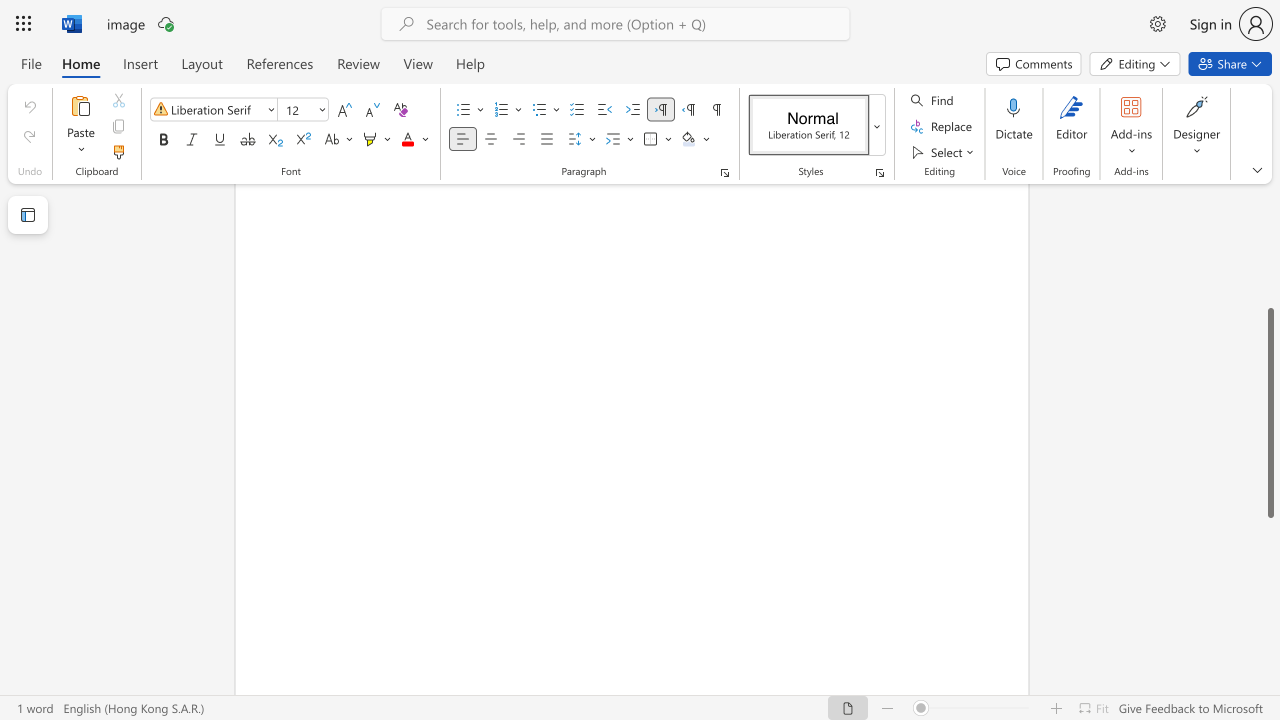 The width and height of the screenshot is (1280, 720). Describe the element at coordinates (1269, 412) in the screenshot. I see `the scrollbar and move down 250 pixels` at that location.